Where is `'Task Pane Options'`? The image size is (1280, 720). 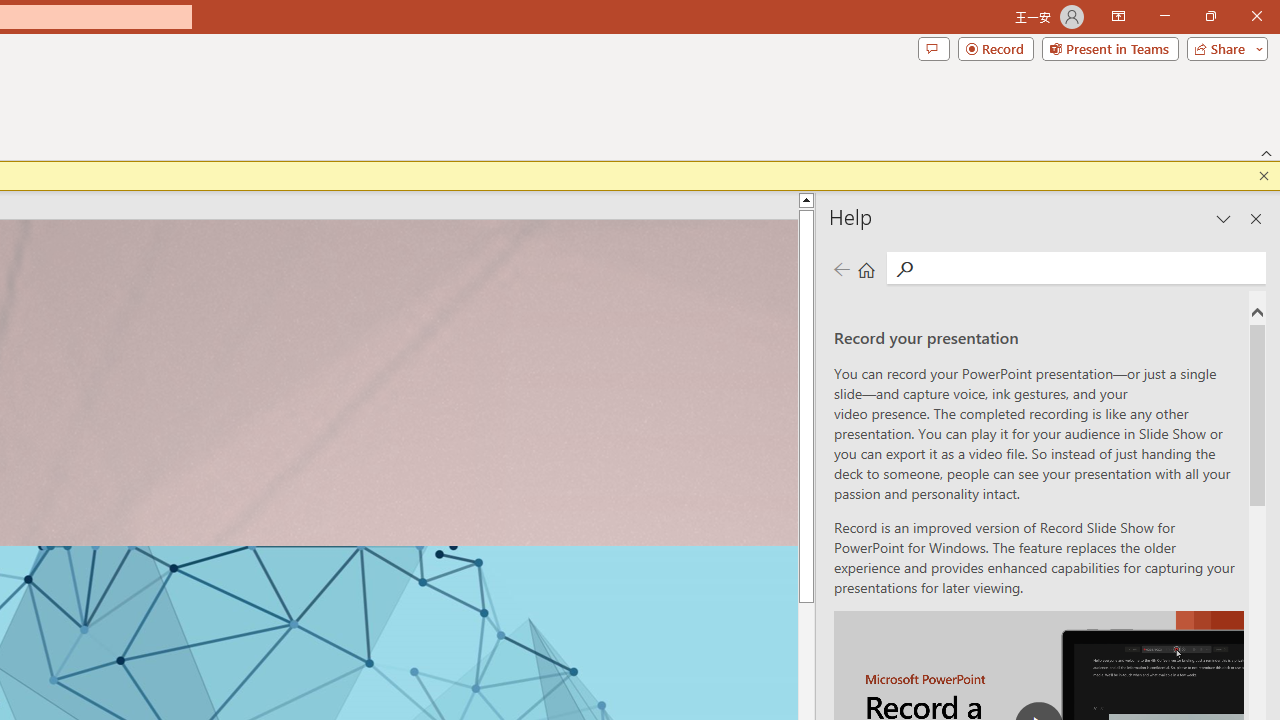
'Task Pane Options' is located at coordinates (1223, 219).